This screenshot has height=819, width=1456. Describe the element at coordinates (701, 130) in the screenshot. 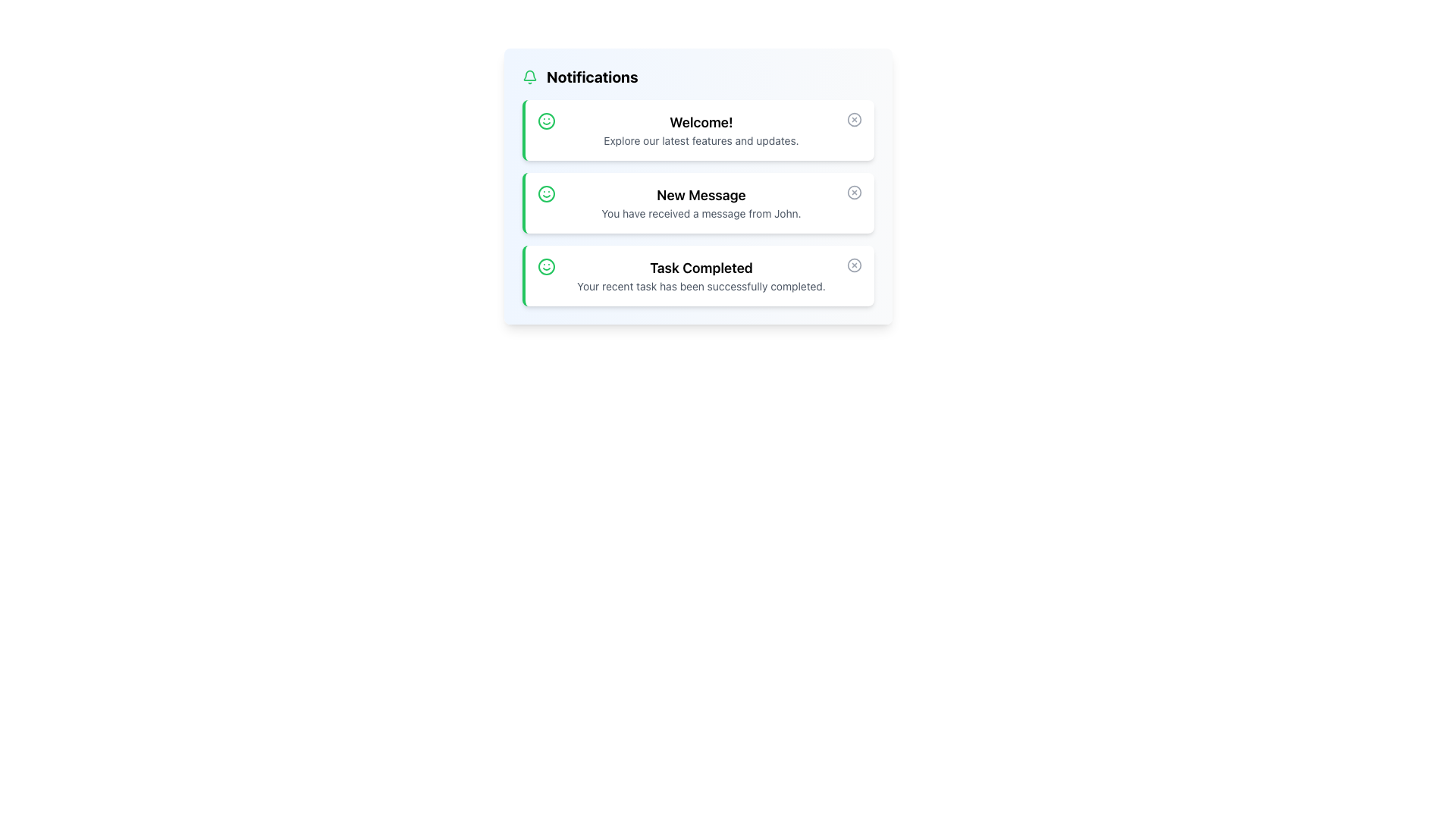

I see `the welcome message text block located at the top of the notifications list, which is positioned between a green icon on the left and a close icon on the right` at that location.